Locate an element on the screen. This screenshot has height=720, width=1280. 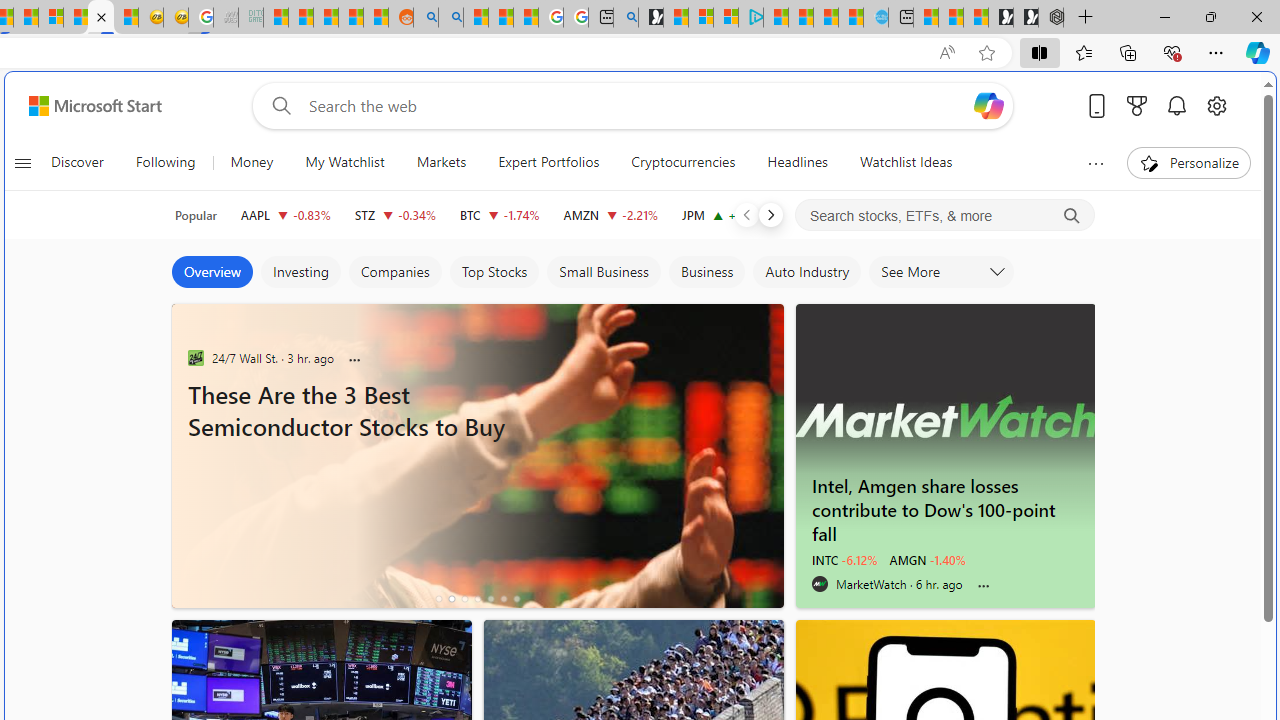
'AMGN -1.40%' is located at coordinates (927, 560).